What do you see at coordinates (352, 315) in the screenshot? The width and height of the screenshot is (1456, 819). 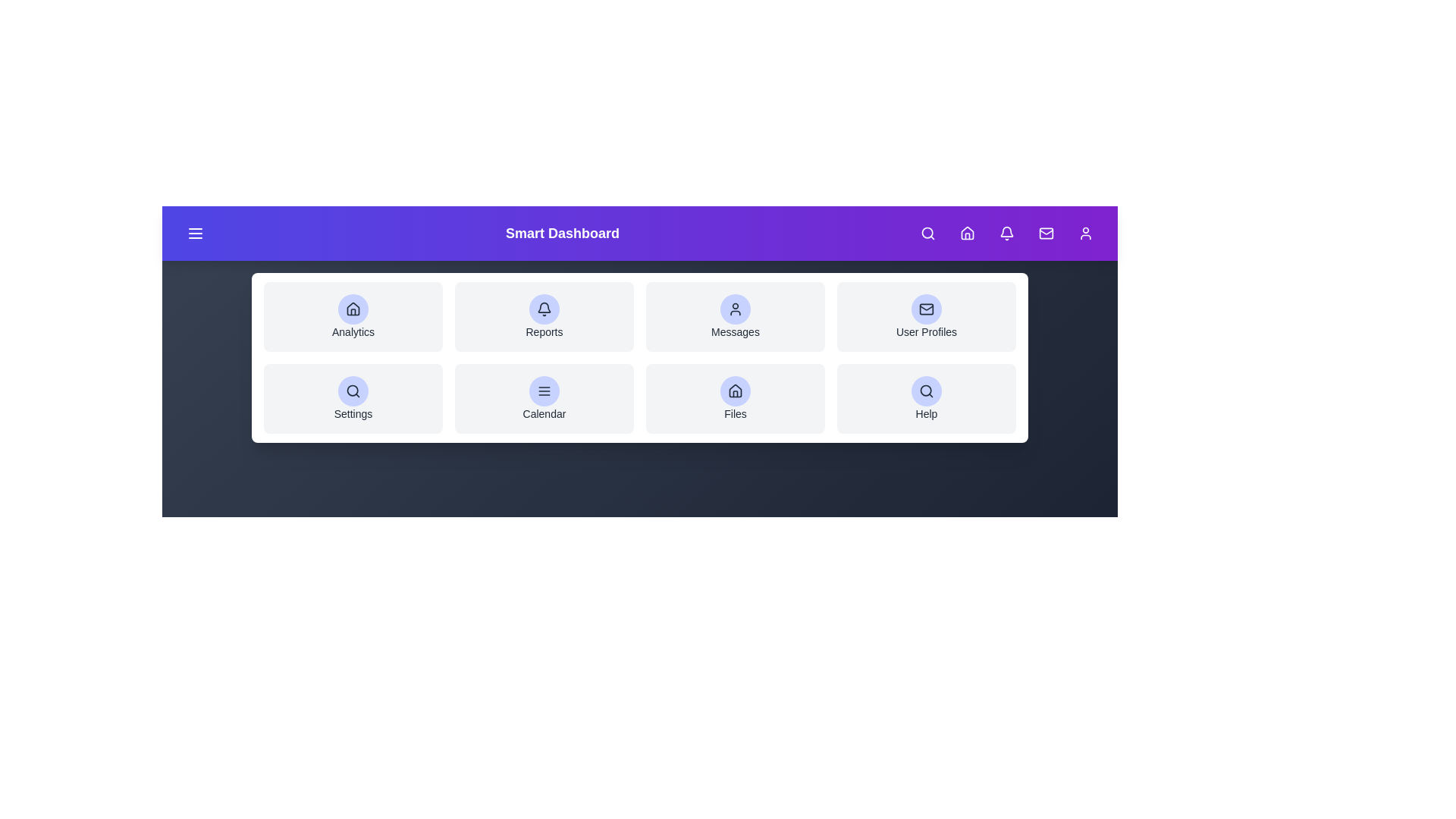 I see `the grid item labeled Analytics` at bounding box center [352, 315].